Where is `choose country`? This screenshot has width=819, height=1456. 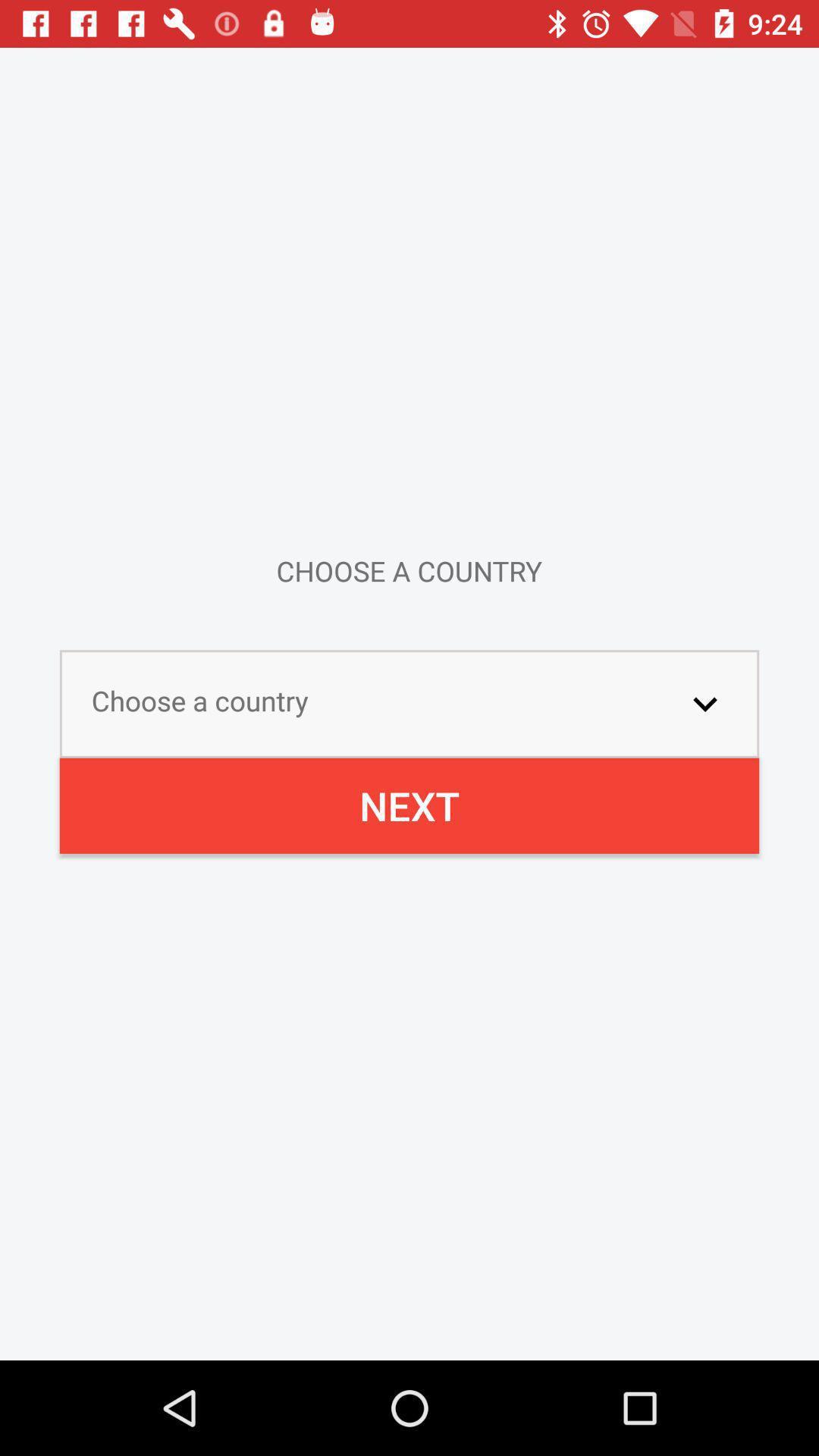 choose country is located at coordinates (704, 703).